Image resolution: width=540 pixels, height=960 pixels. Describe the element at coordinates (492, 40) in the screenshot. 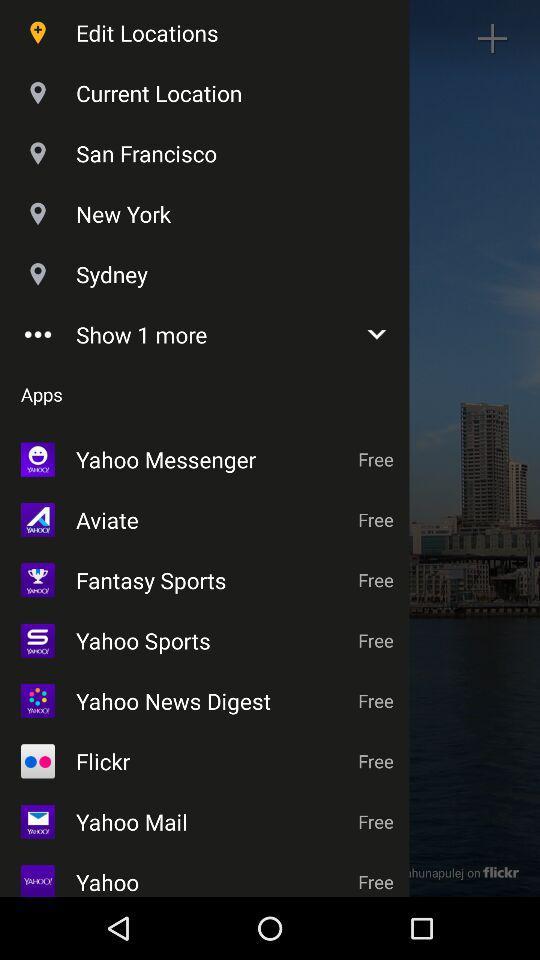

I see `the add icon` at that location.